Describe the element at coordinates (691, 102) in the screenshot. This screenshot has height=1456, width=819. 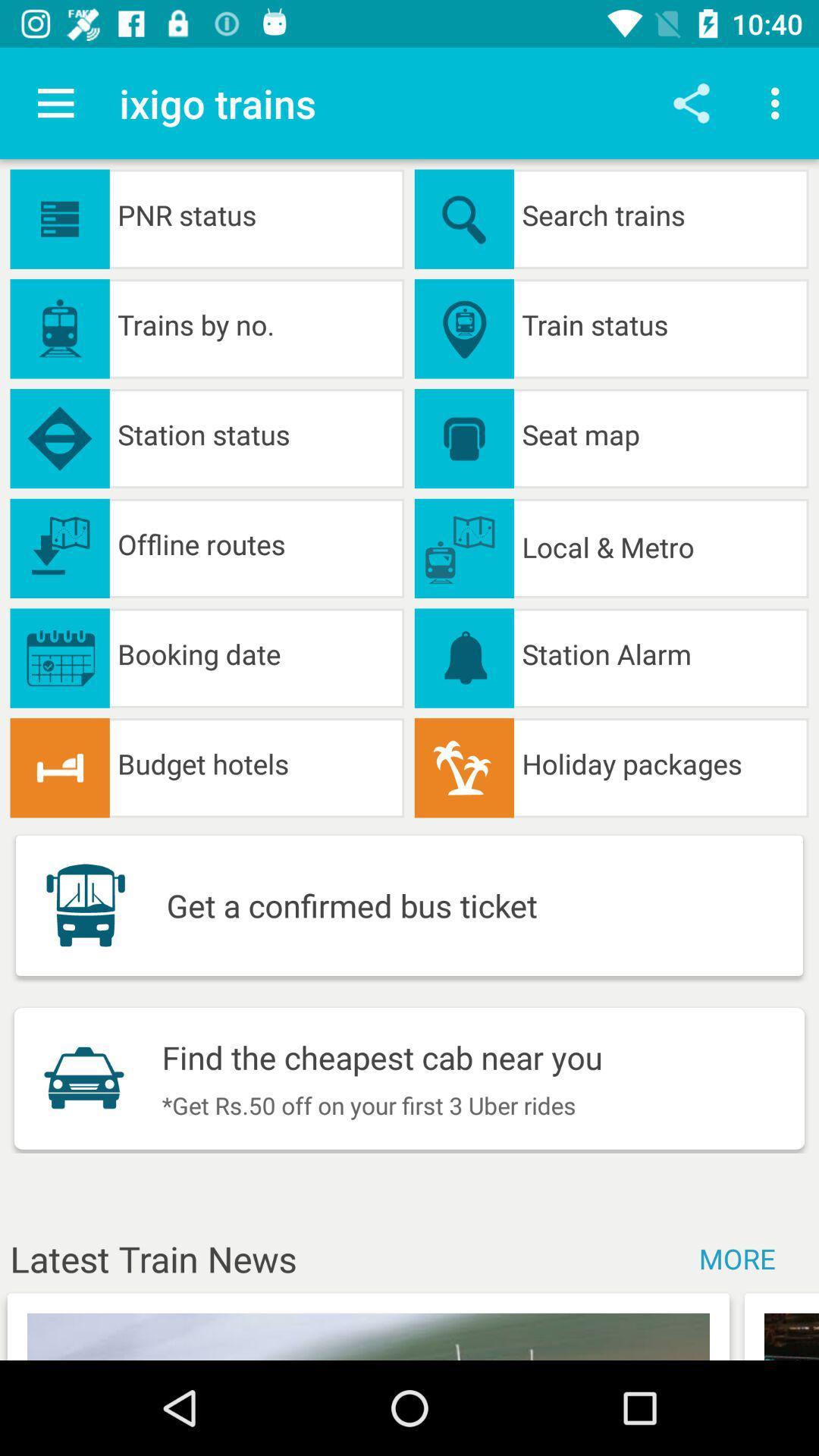
I see `icon next to ixigo trains app` at that location.